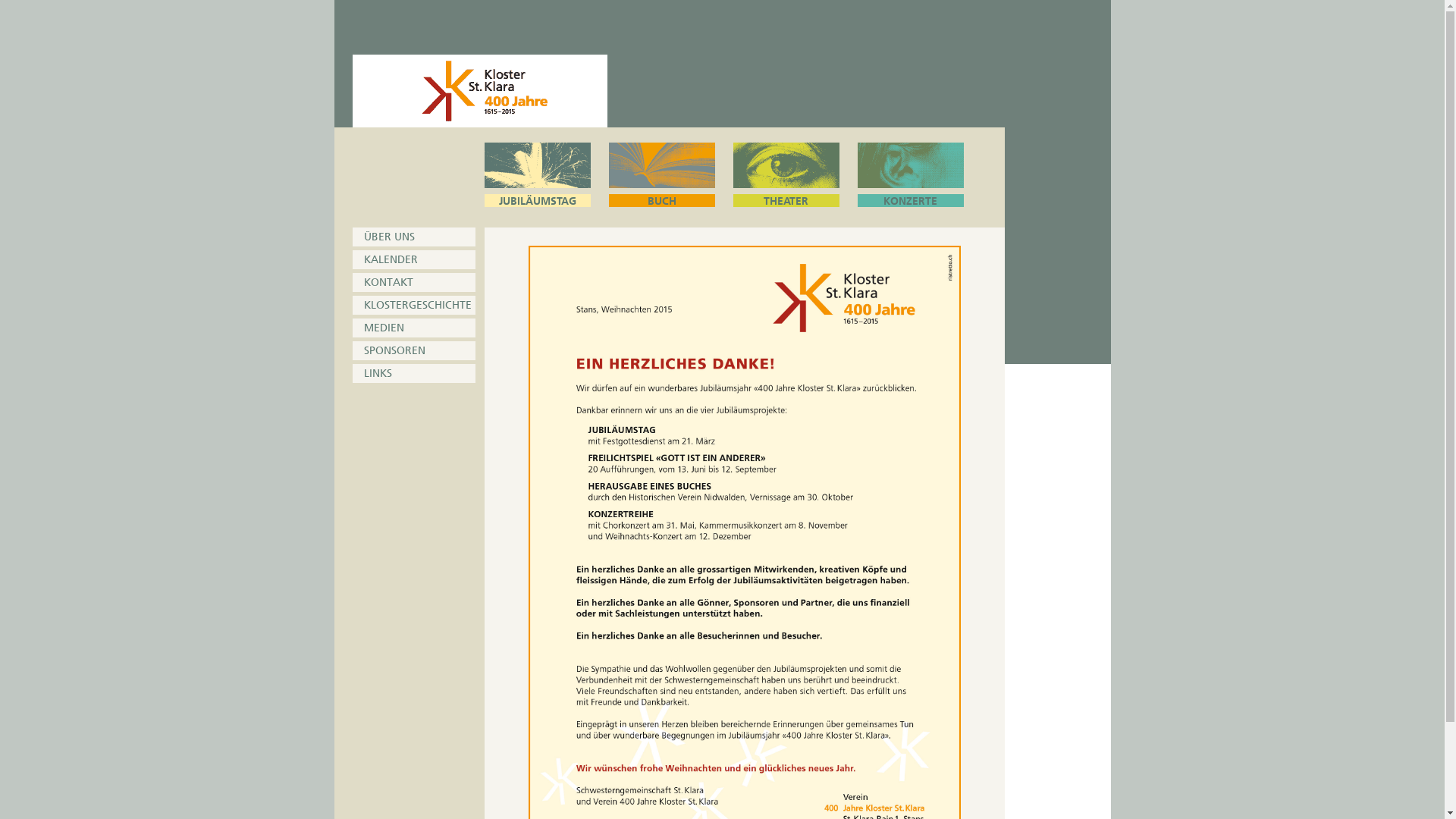 Image resolution: width=1456 pixels, height=819 pixels. Describe the element at coordinates (786, 174) in the screenshot. I see `'THEATER'` at that location.